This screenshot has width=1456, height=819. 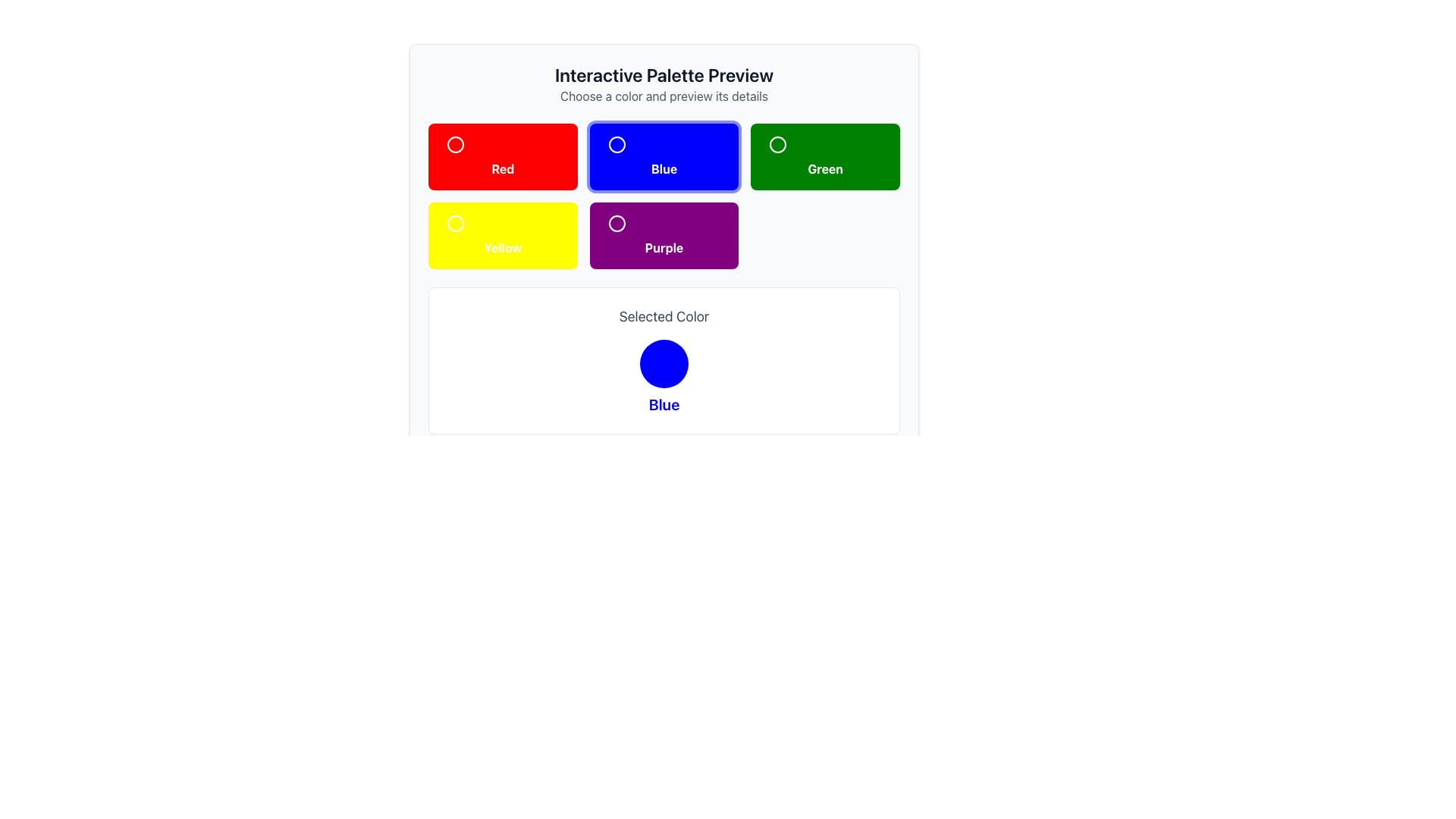 I want to click on the blue color selection button located in the middle of the top row of color buttons in the 'Interactive Palette Preview' section, so click(x=664, y=145).